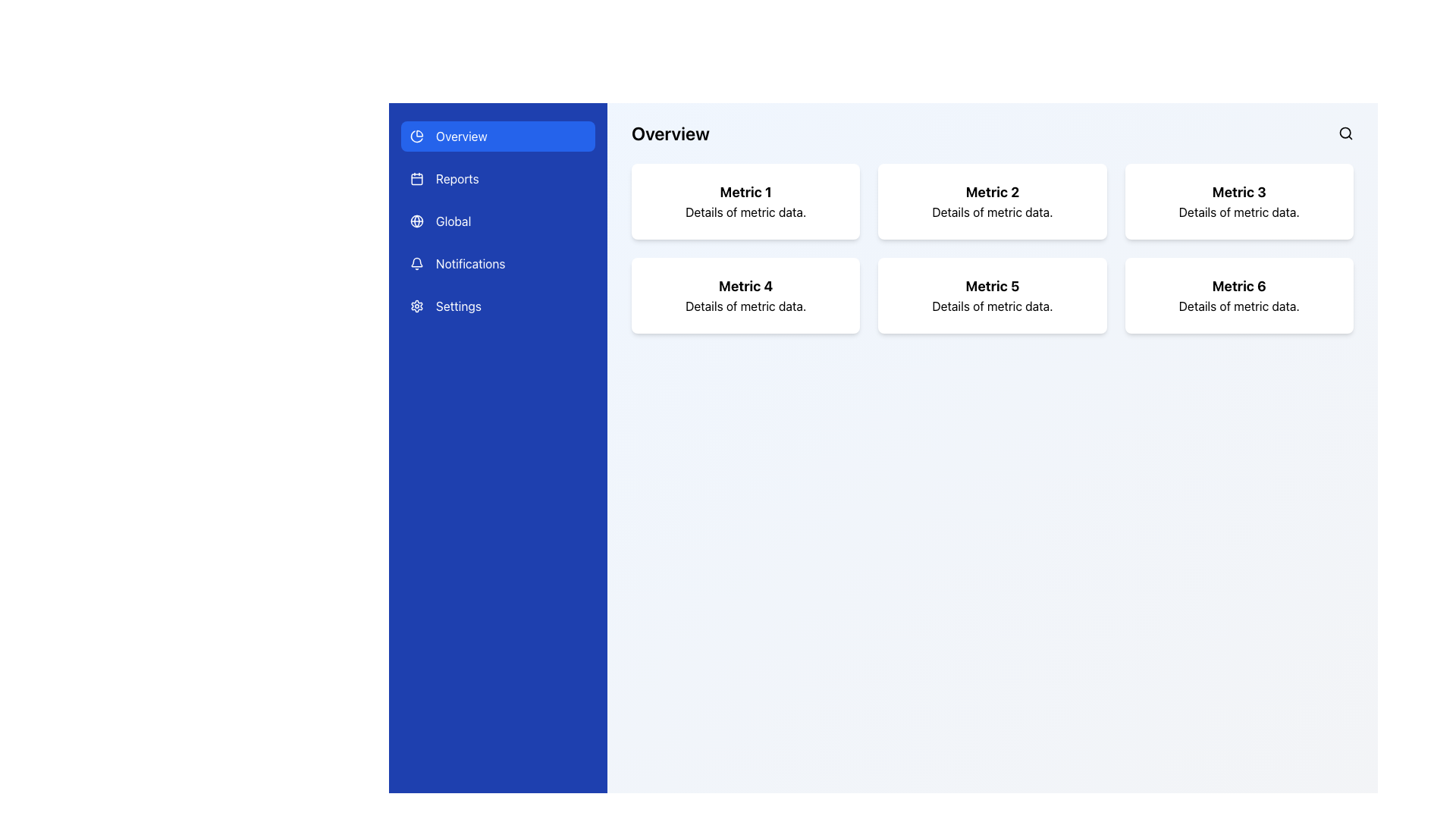 The width and height of the screenshot is (1456, 819). Describe the element at coordinates (498, 177) in the screenshot. I see `the navigation button located in the vertically stacked menu on the left side of the interface` at that location.